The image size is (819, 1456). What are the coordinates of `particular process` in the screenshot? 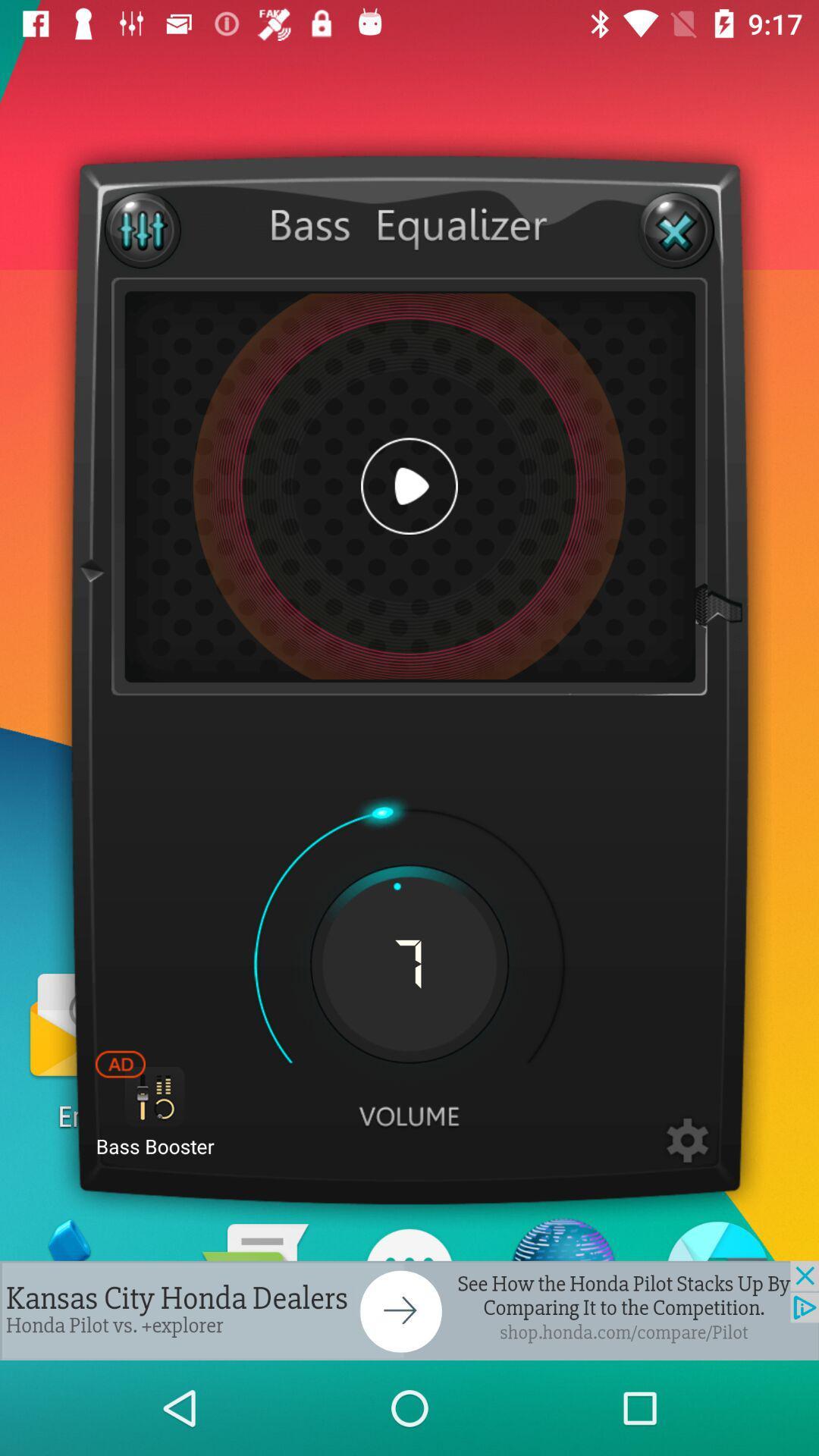 It's located at (687, 1141).